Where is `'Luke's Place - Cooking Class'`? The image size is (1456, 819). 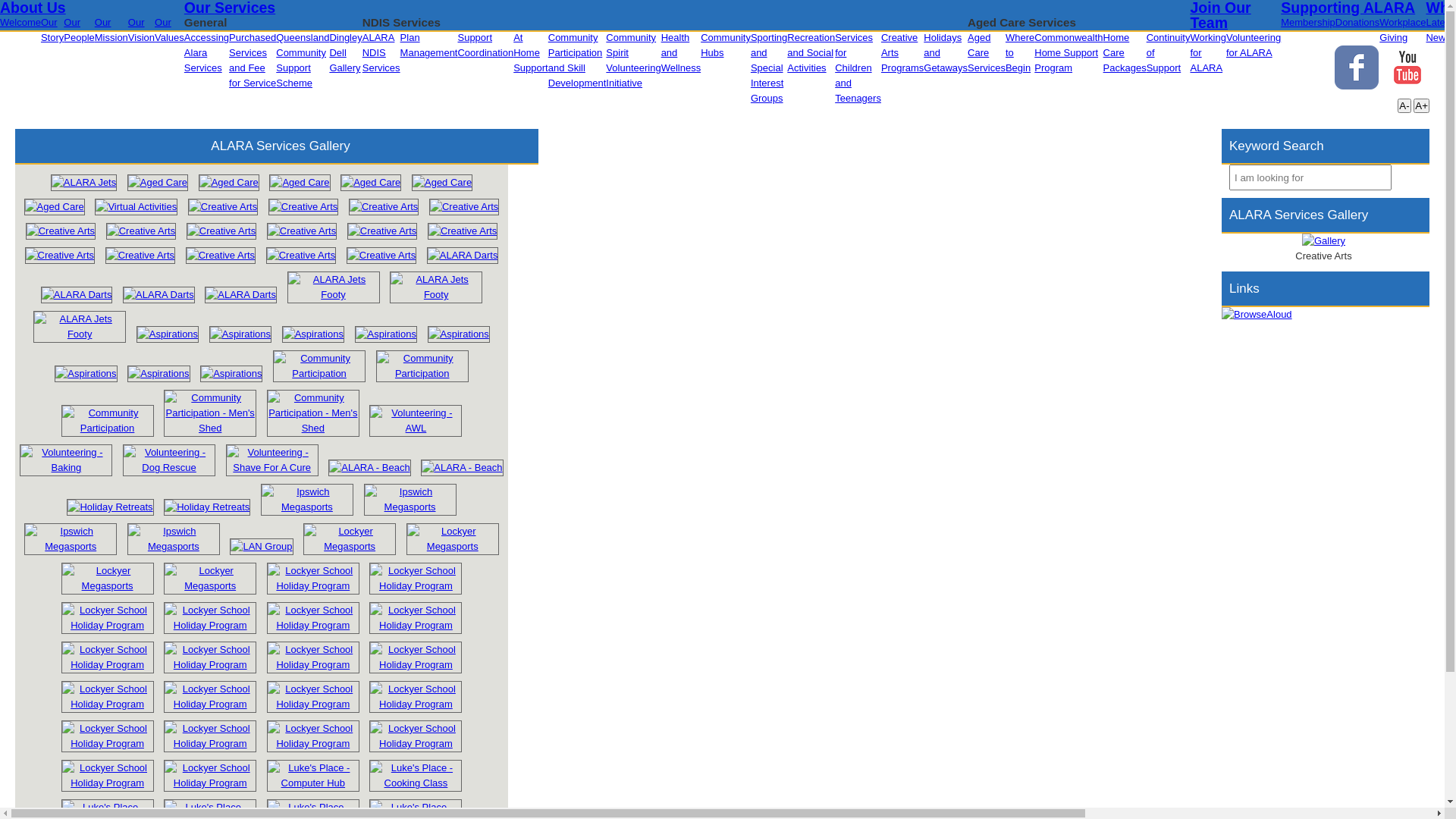
'Luke's Place - Cooking Class' is located at coordinates (365, 783).